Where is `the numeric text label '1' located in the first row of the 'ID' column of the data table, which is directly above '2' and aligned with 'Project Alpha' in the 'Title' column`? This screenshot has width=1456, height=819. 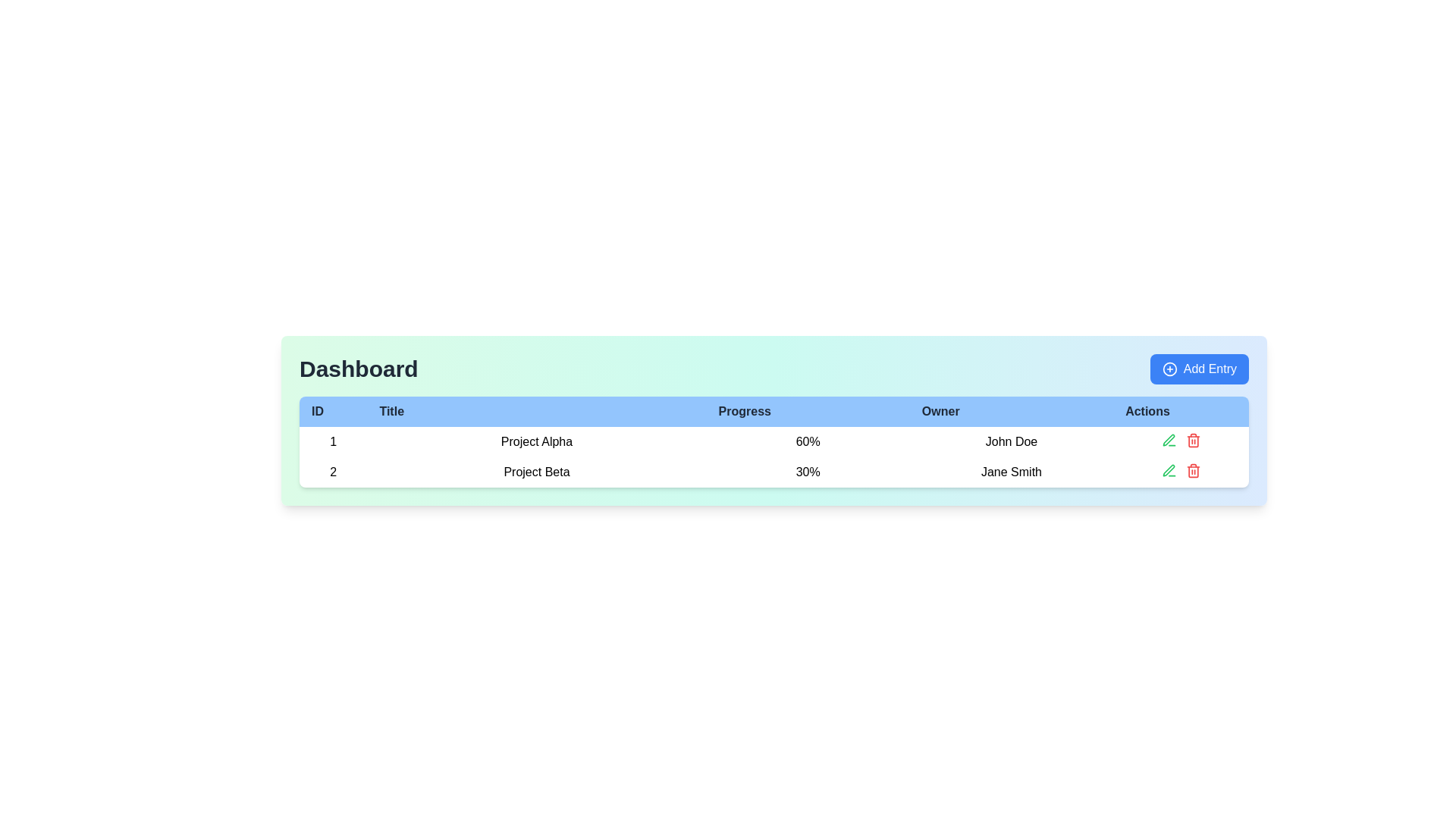 the numeric text label '1' located in the first row of the 'ID' column of the data table, which is directly above '2' and aligned with 'Project Alpha' in the 'Title' column is located at coordinates (332, 441).